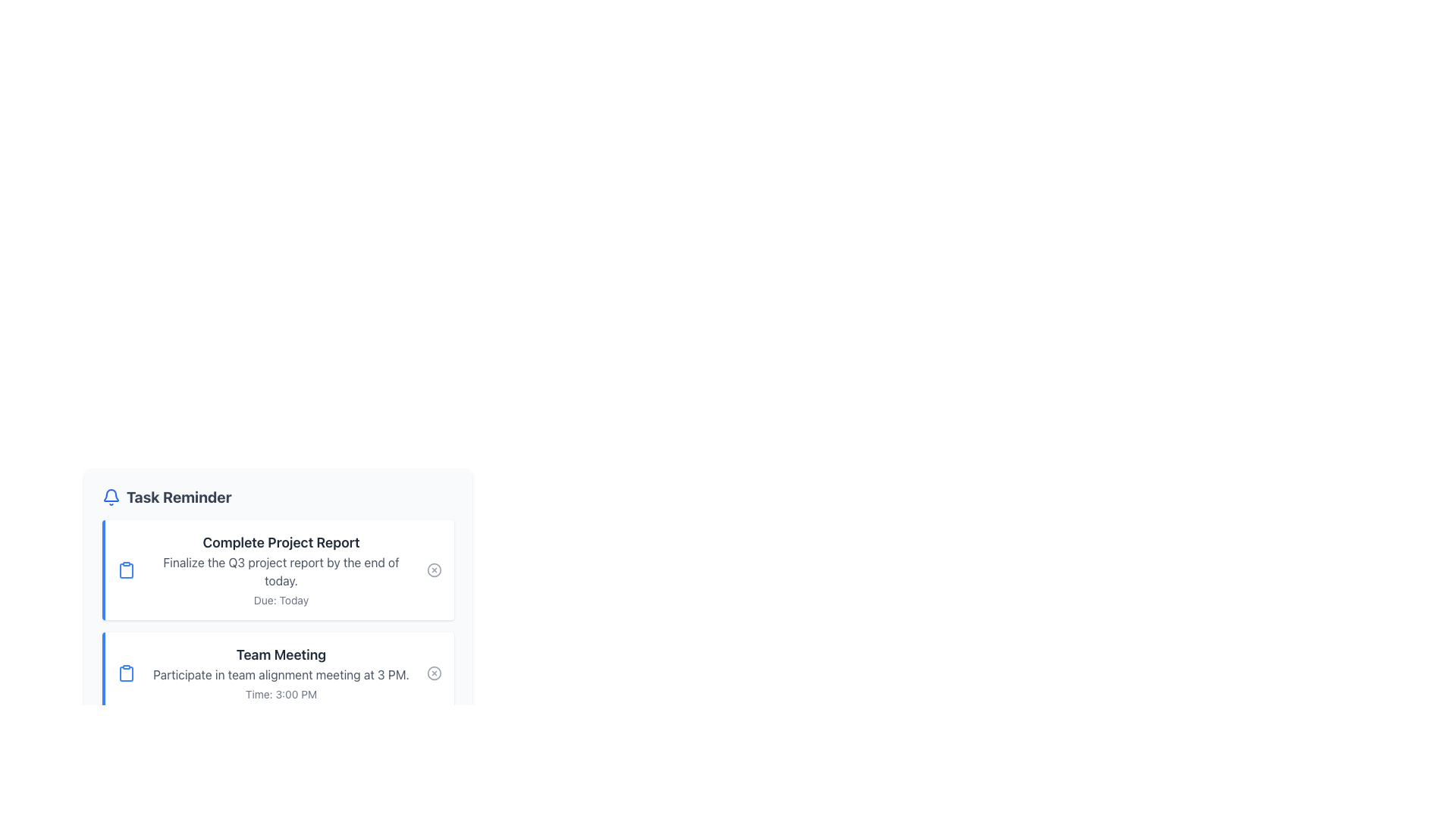 This screenshot has width=1456, height=819. I want to click on the first task card in the 'Task Reminder' section that reminds the user, so click(280, 570).